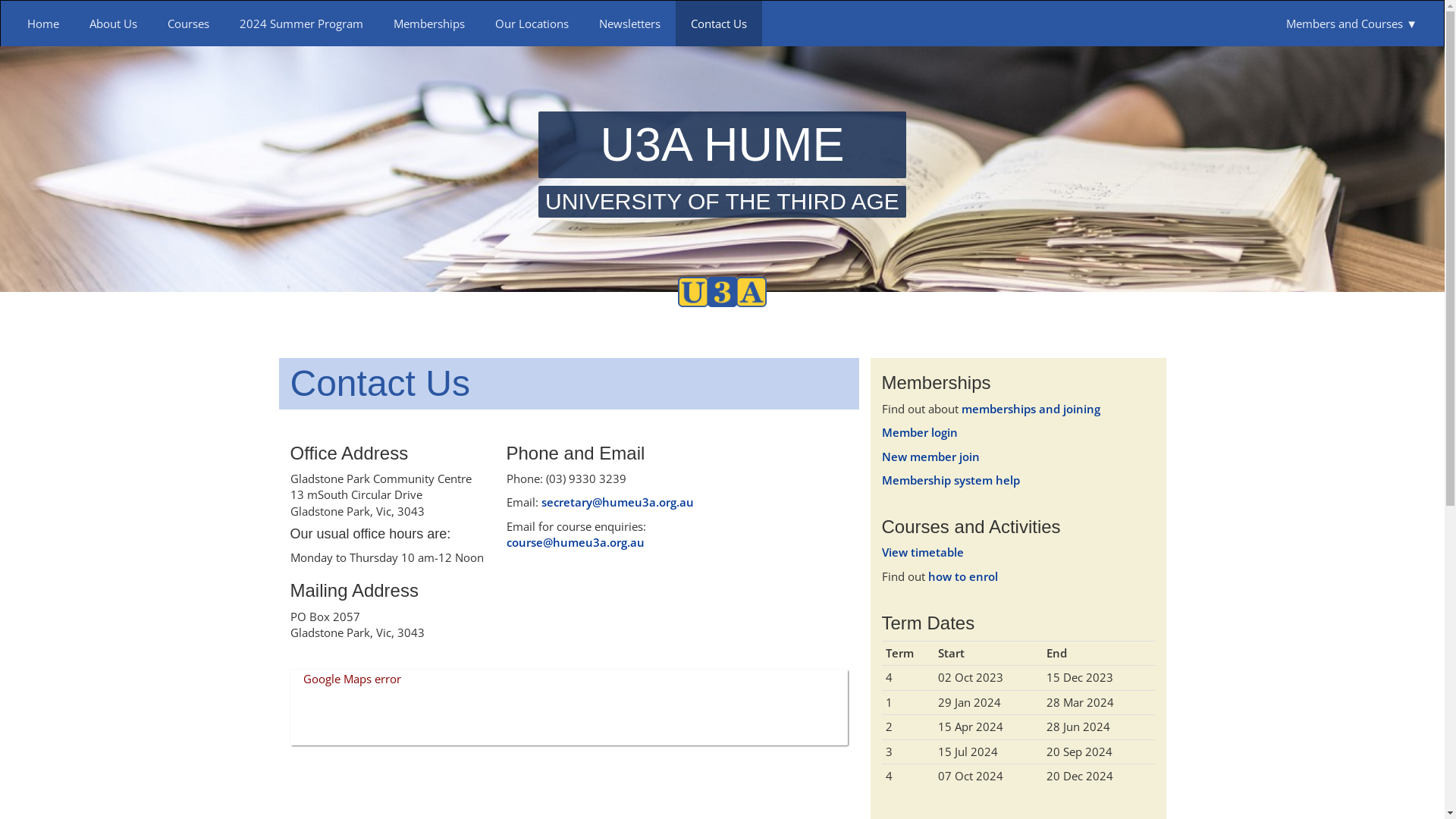 The width and height of the screenshot is (1456, 819). I want to click on 'Membership system help', so click(949, 479).